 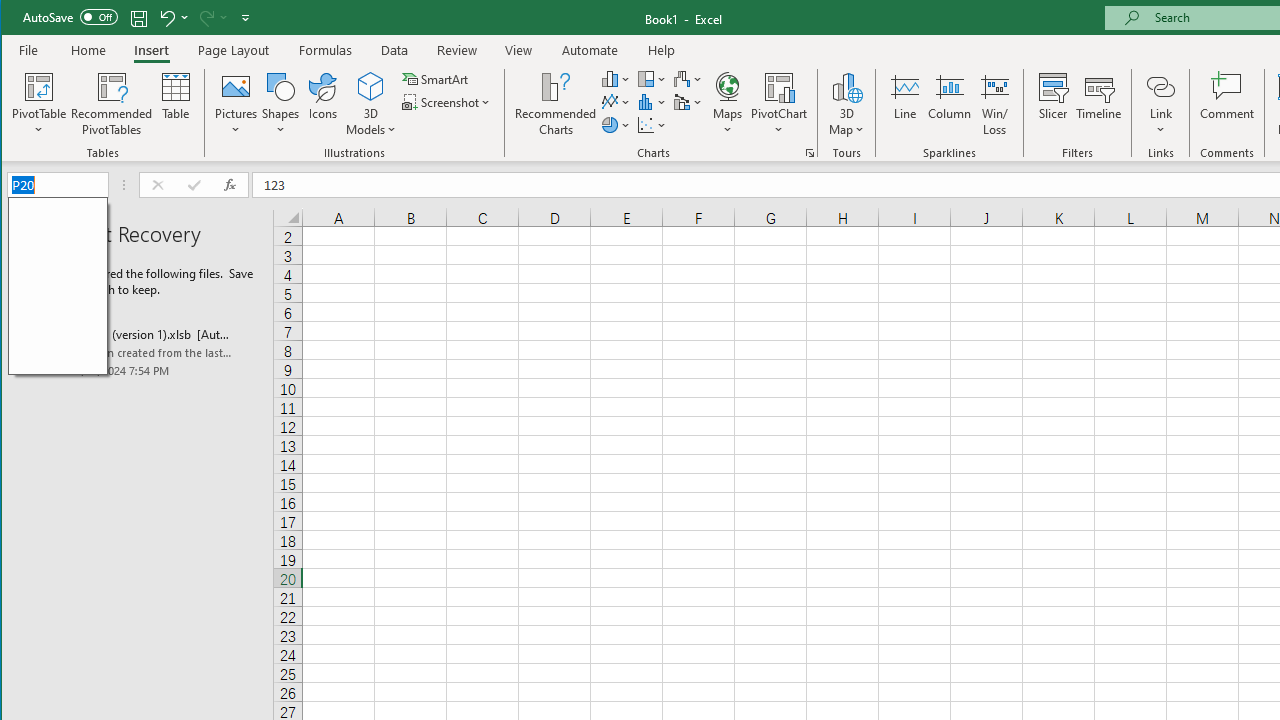 I want to click on 'Insert Statistic Chart', so click(x=652, y=102).